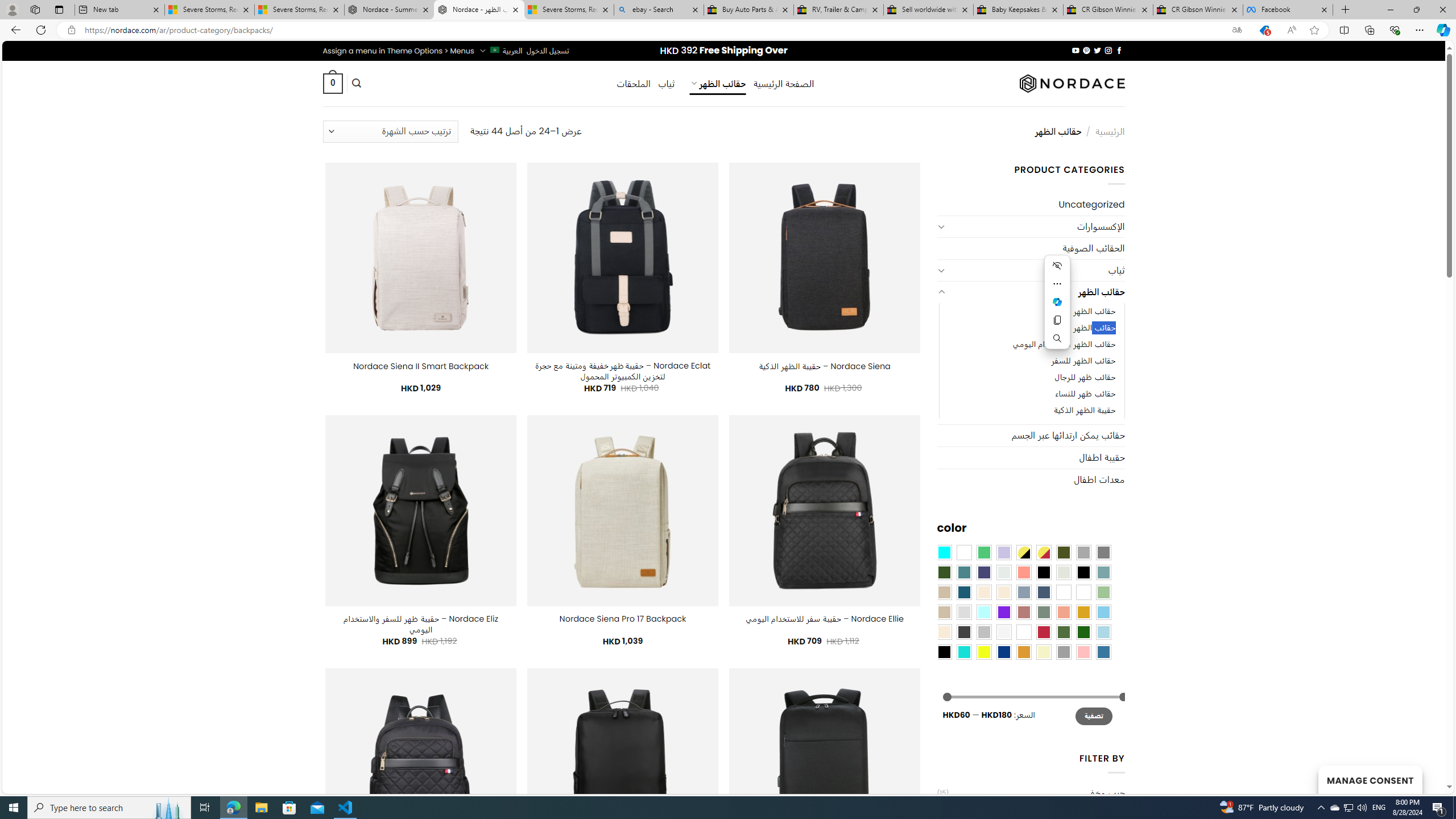 The image size is (1456, 819). What do you see at coordinates (1043, 592) in the screenshot?
I see `'Hale Navy'` at bounding box center [1043, 592].